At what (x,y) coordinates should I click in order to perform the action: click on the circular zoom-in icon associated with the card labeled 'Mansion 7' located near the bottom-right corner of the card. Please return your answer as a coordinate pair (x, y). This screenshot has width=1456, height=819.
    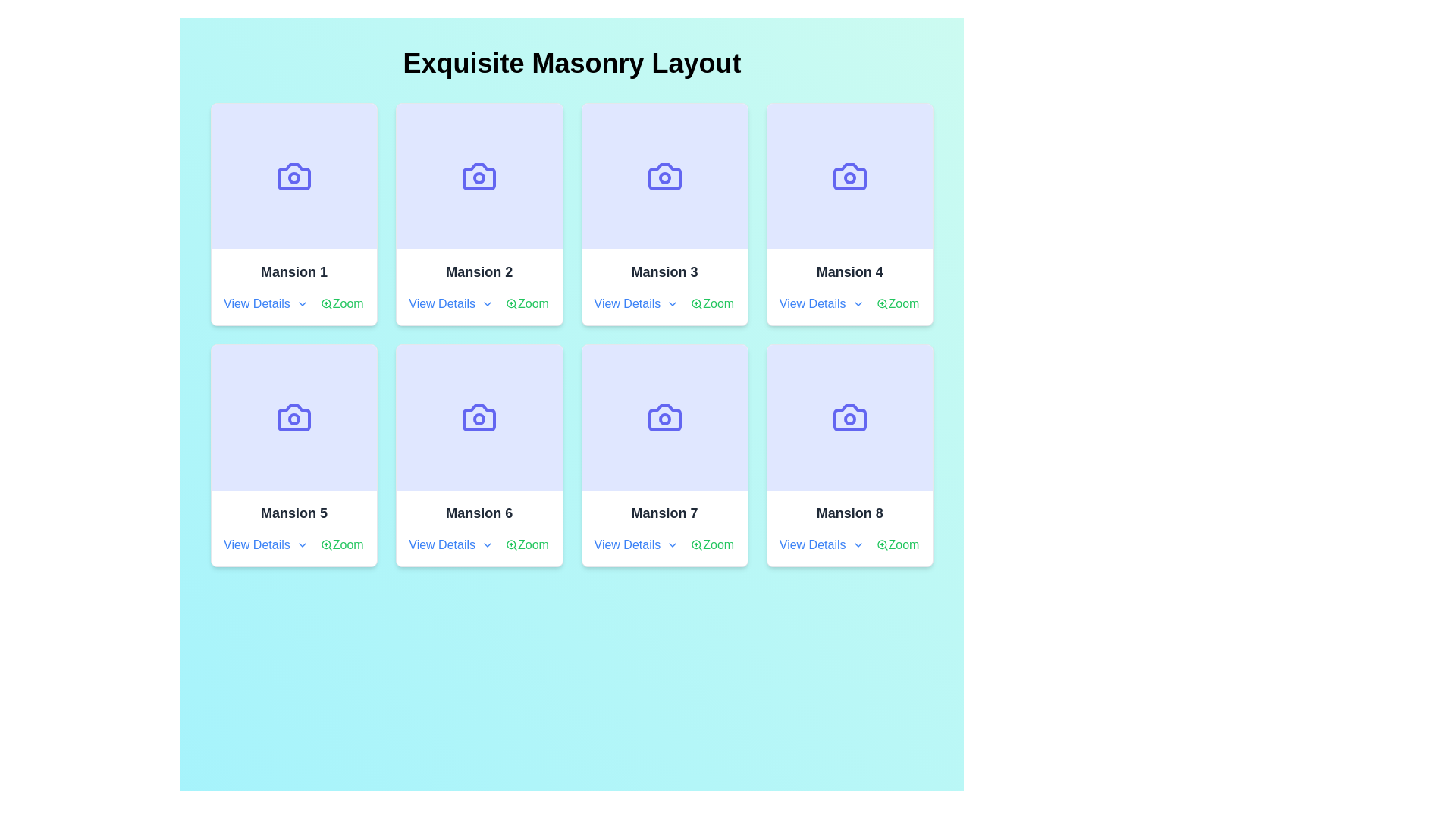
    Looking at the image, I should click on (695, 544).